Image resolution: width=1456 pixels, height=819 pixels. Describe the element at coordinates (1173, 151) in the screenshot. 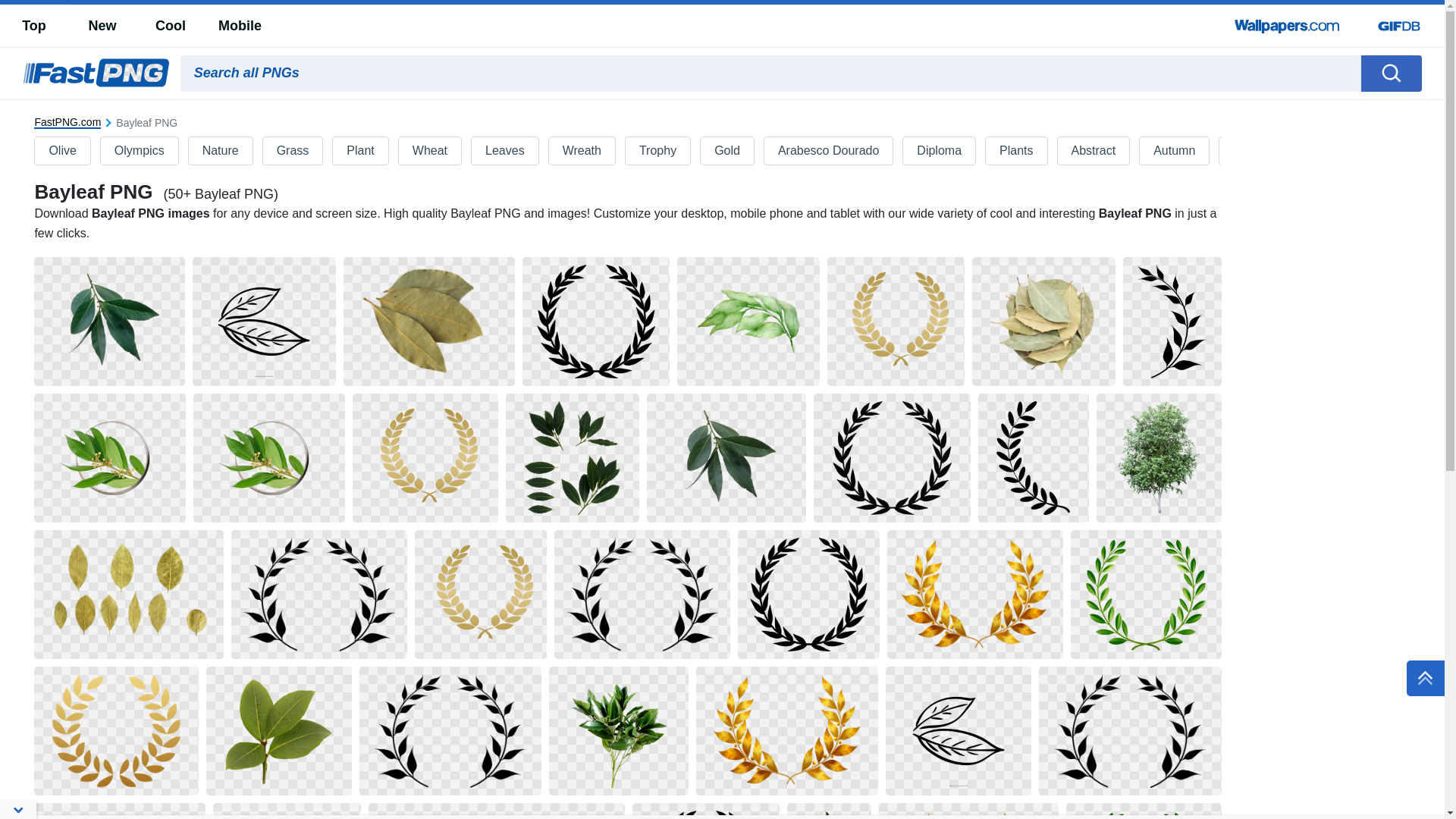

I see `'Autumn'` at that location.